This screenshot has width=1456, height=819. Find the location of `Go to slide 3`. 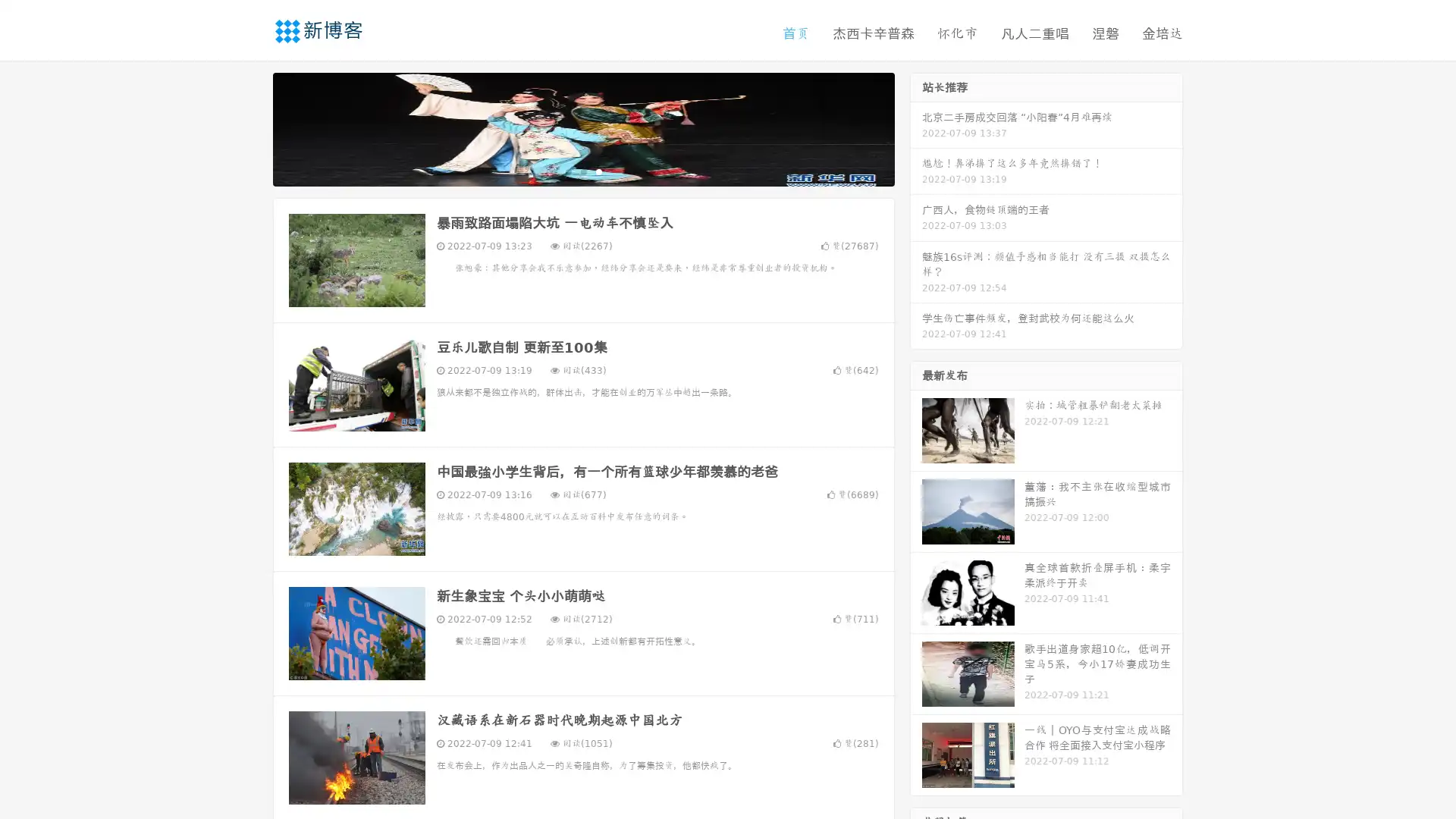

Go to slide 3 is located at coordinates (598, 171).